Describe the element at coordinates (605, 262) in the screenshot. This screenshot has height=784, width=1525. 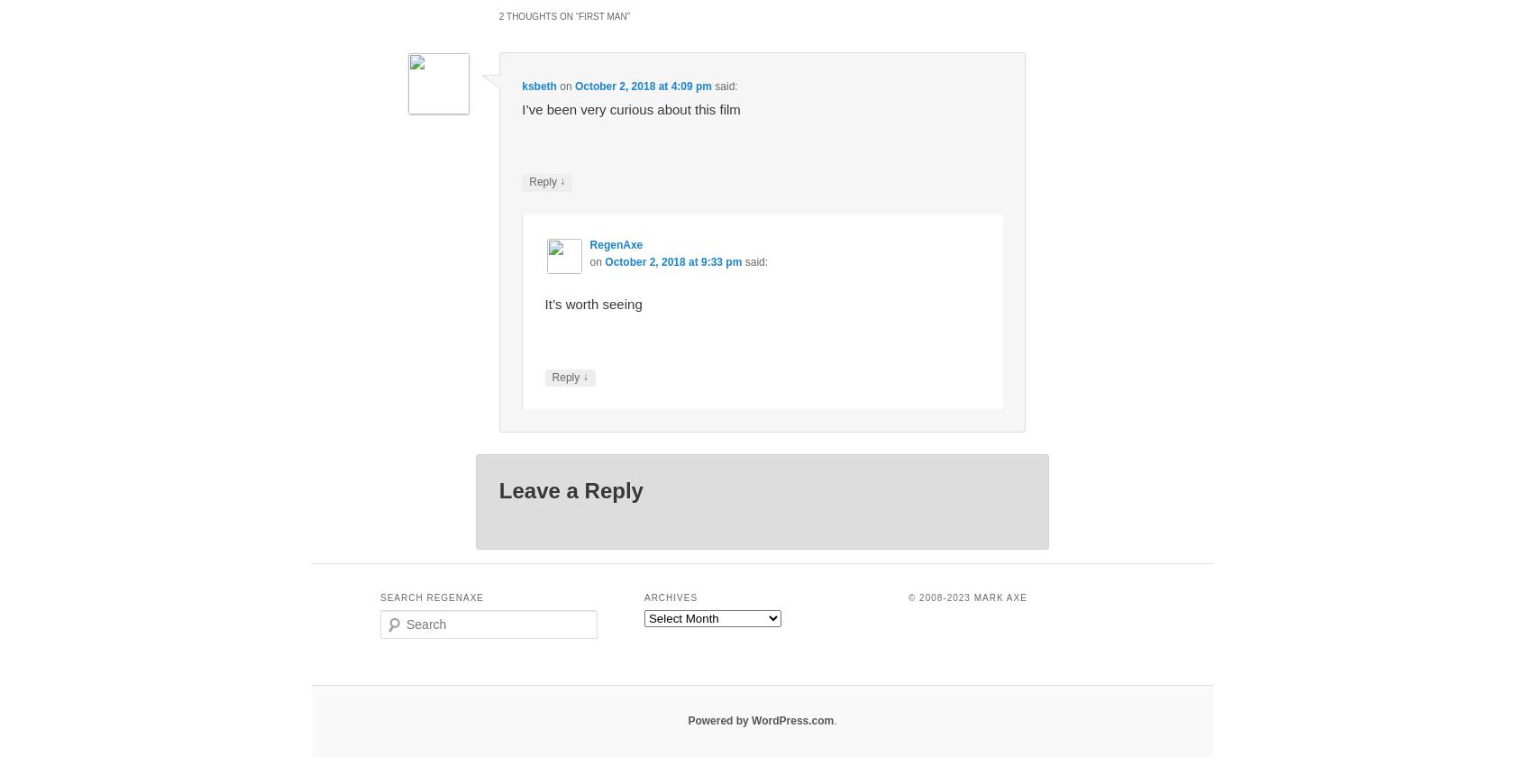
I see `'October 2, 2018 at 9:33 pm'` at that location.